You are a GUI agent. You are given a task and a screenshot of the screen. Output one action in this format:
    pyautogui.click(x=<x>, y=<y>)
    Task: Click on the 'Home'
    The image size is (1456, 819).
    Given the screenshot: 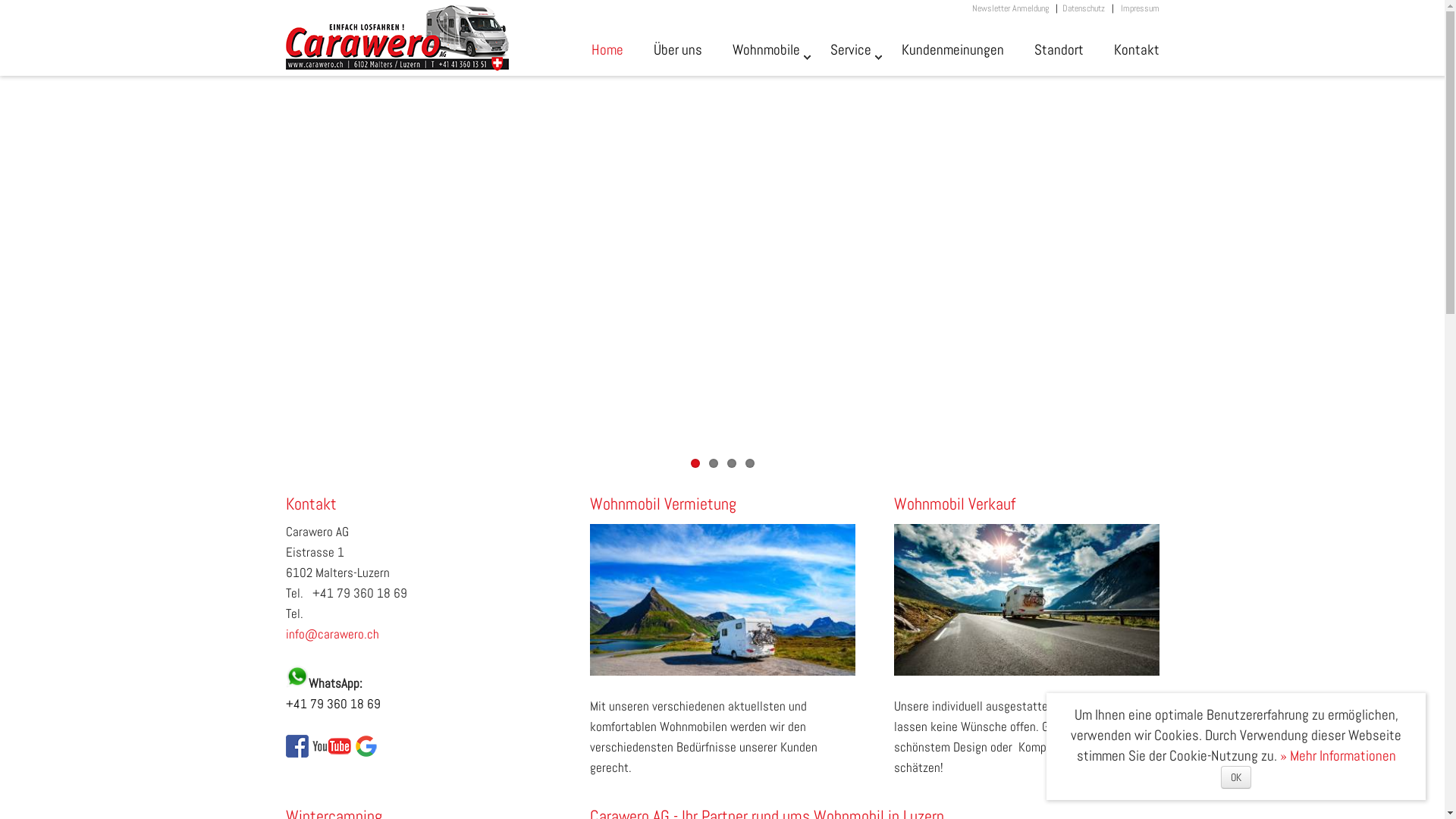 What is the action you would take?
    pyautogui.click(x=607, y=57)
    